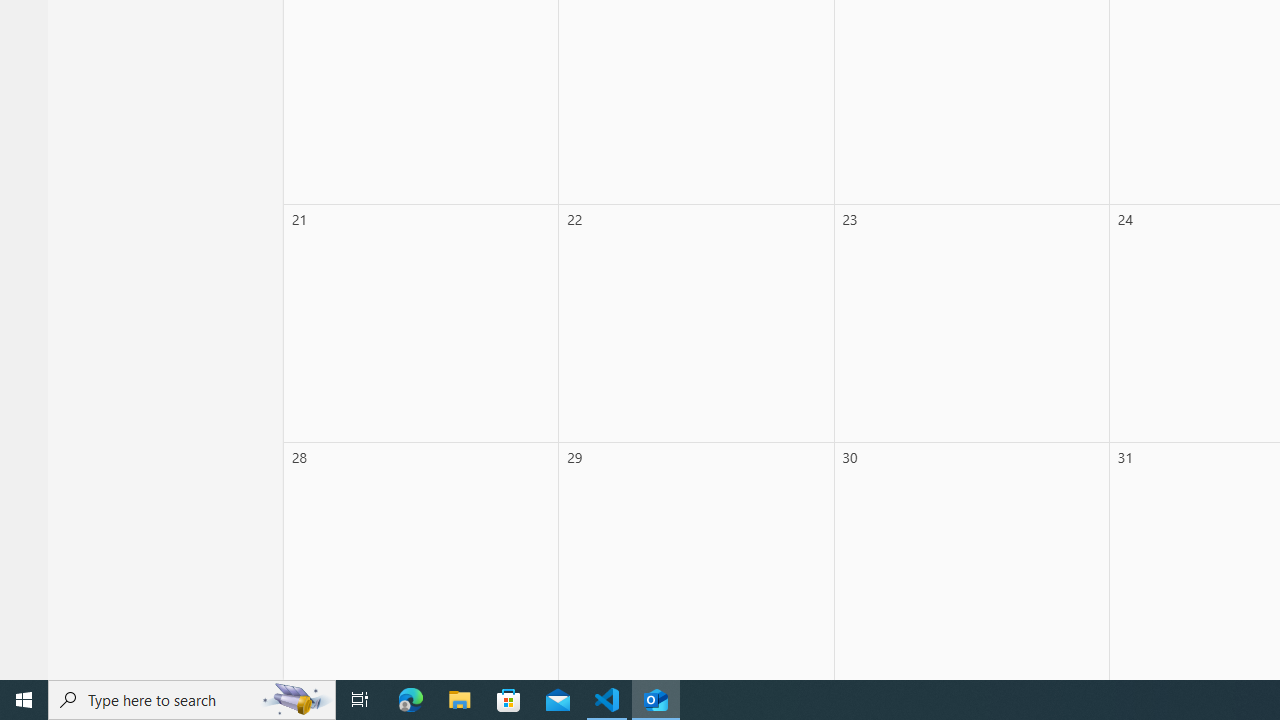 Image resolution: width=1280 pixels, height=720 pixels. Describe the element at coordinates (656, 698) in the screenshot. I see `'Outlook (new) - 1 running window'` at that location.